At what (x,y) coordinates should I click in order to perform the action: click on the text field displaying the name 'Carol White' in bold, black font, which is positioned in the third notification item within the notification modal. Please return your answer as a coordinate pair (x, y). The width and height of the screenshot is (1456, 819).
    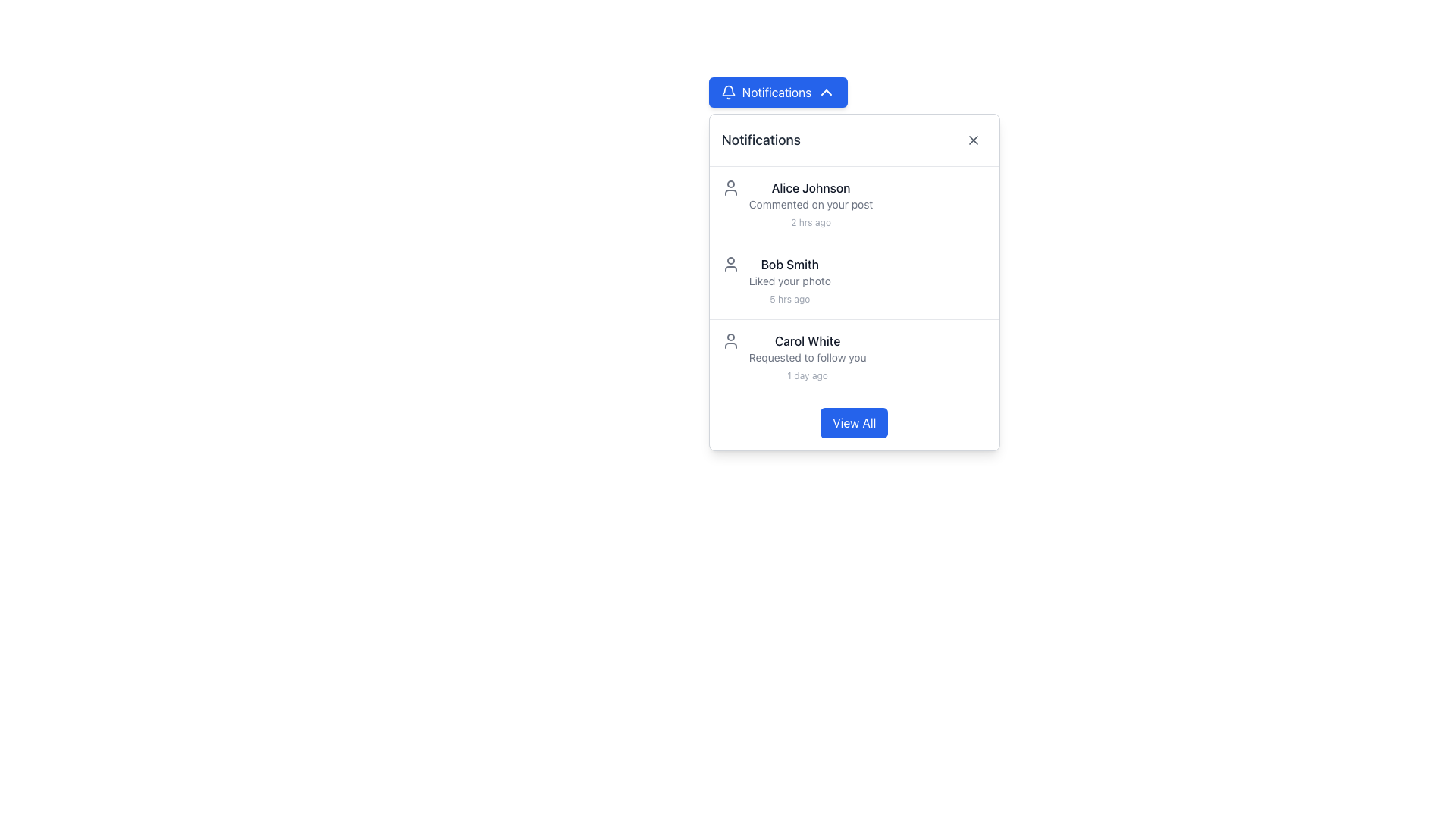
    Looking at the image, I should click on (807, 341).